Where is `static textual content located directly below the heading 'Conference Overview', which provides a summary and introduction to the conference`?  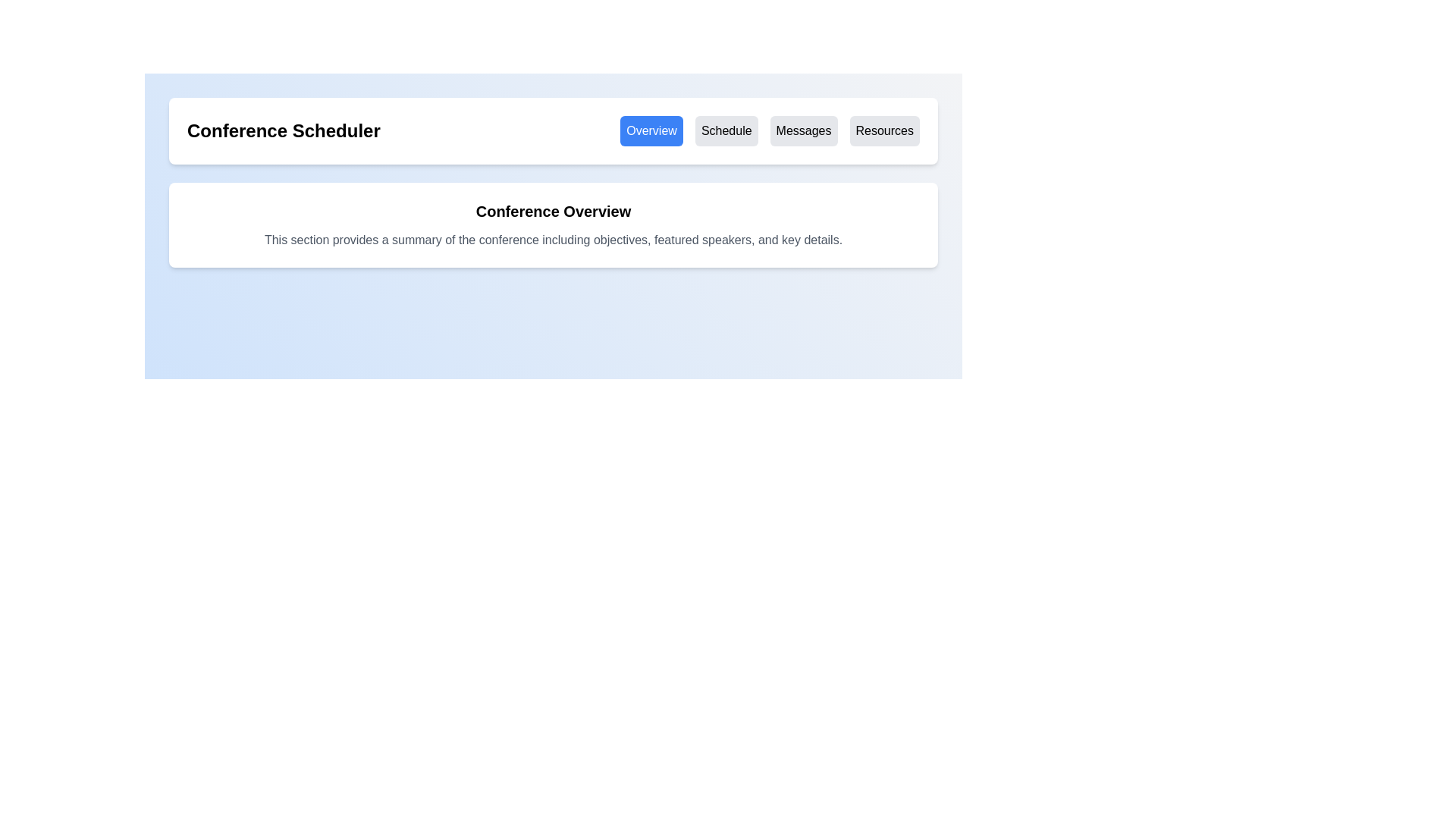 static textual content located directly below the heading 'Conference Overview', which provides a summary and introduction to the conference is located at coordinates (552, 239).